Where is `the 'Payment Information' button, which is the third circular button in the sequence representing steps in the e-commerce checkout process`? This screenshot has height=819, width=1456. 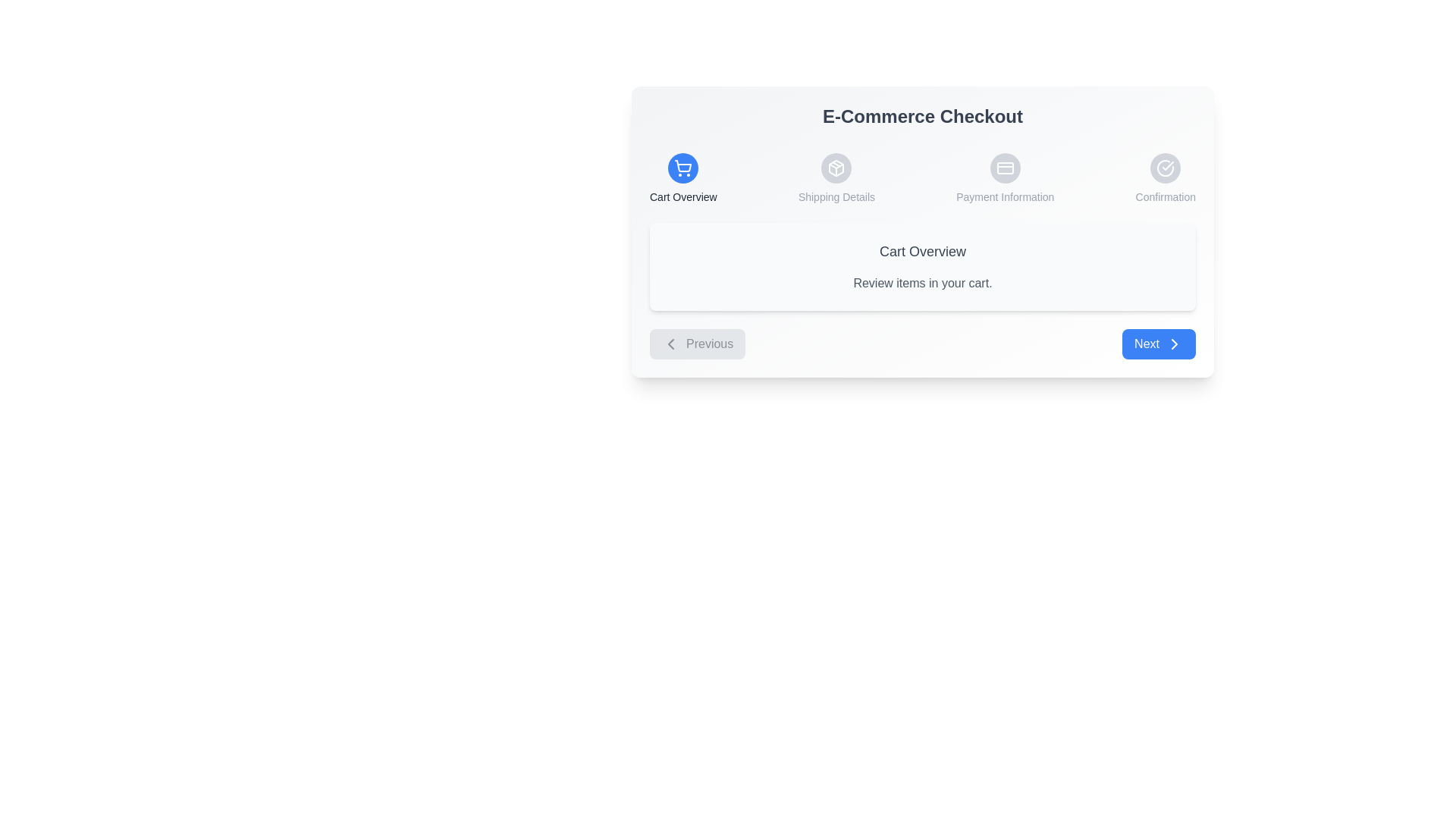
the 'Payment Information' button, which is the third circular button in the sequence representing steps in the e-commerce checkout process is located at coordinates (1005, 168).